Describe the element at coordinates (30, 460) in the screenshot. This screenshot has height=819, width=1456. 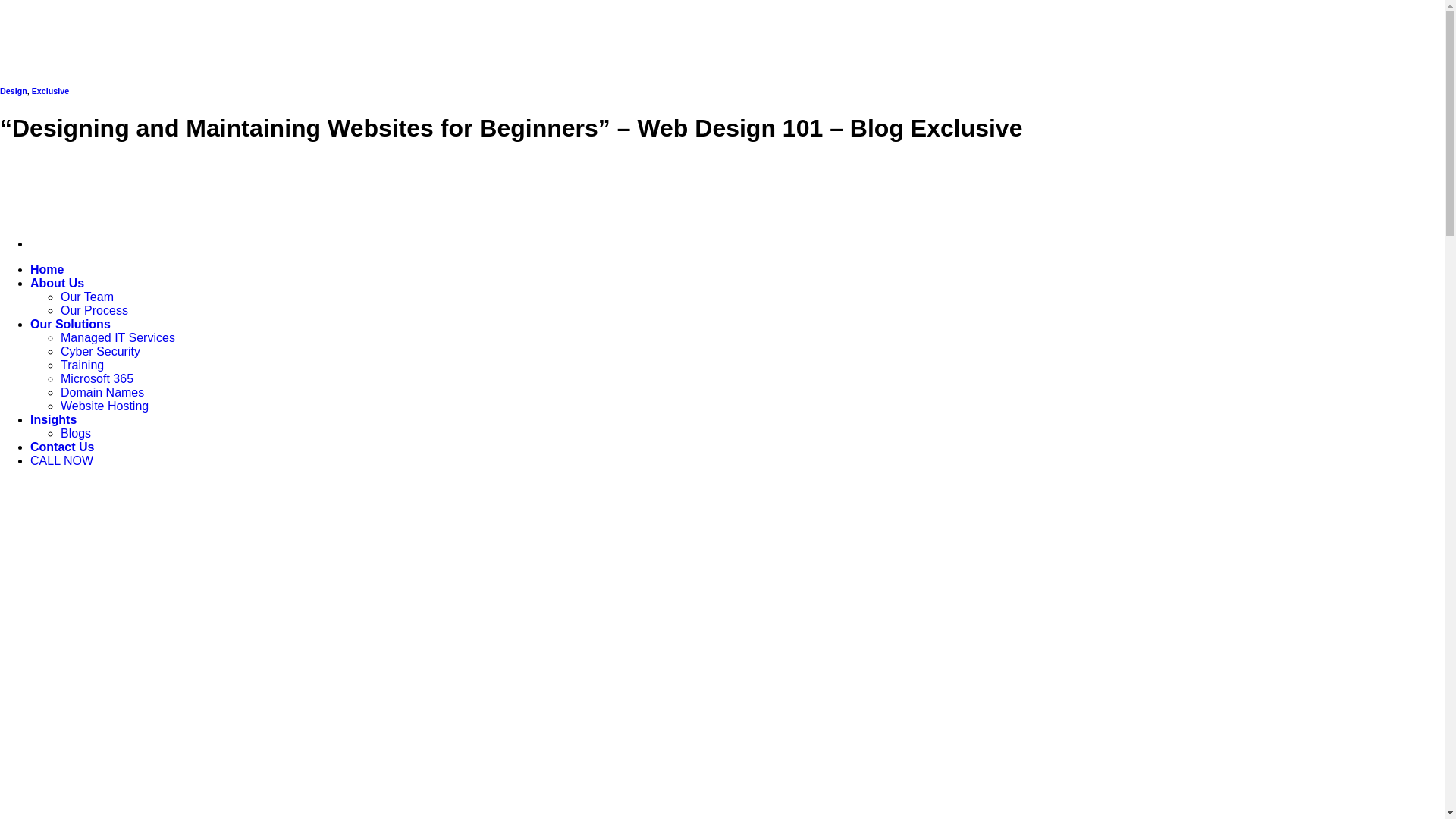
I see `'CALL NOW'` at that location.